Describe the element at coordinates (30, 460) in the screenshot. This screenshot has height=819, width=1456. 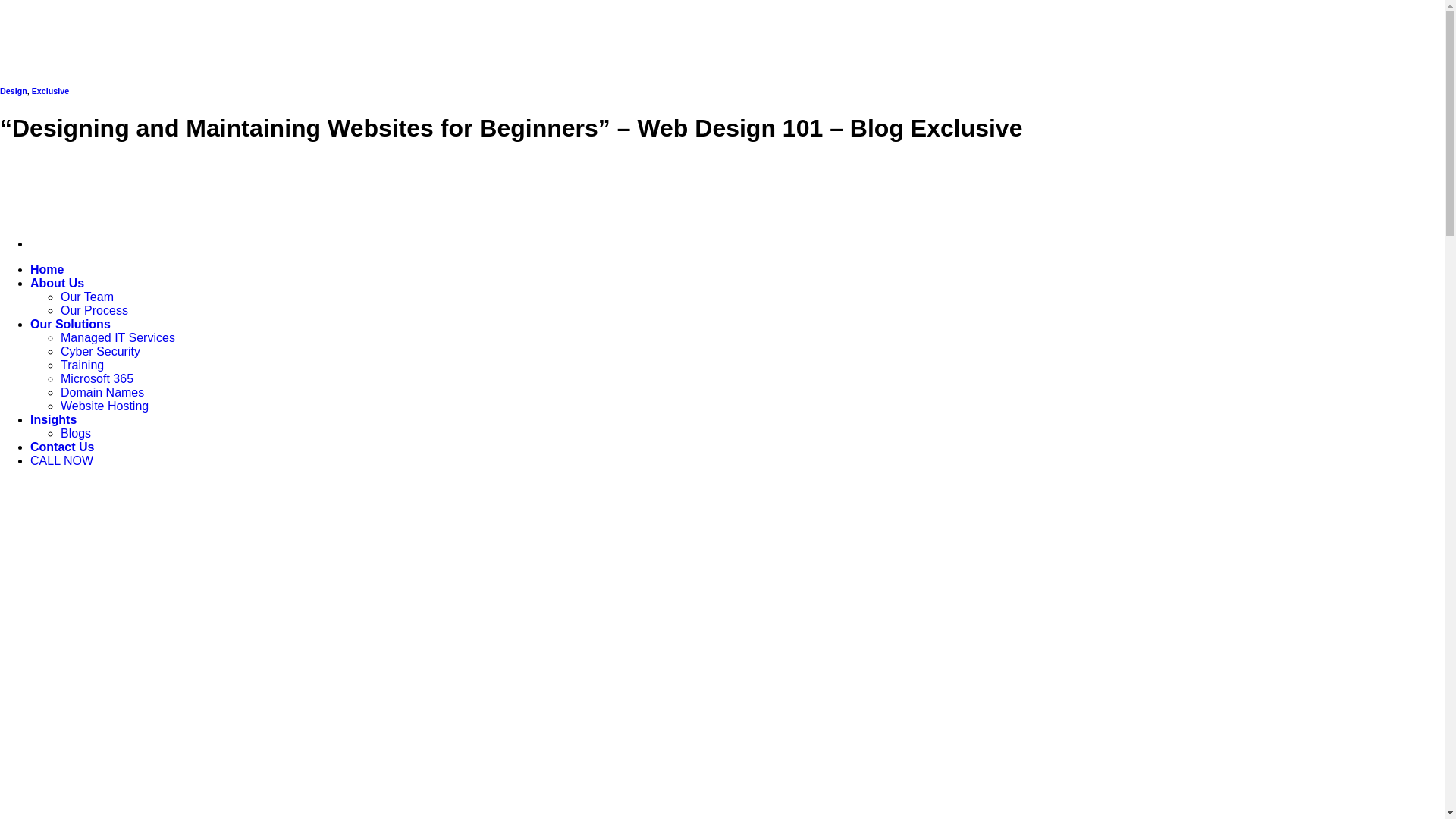
I see `'CALL NOW'` at that location.